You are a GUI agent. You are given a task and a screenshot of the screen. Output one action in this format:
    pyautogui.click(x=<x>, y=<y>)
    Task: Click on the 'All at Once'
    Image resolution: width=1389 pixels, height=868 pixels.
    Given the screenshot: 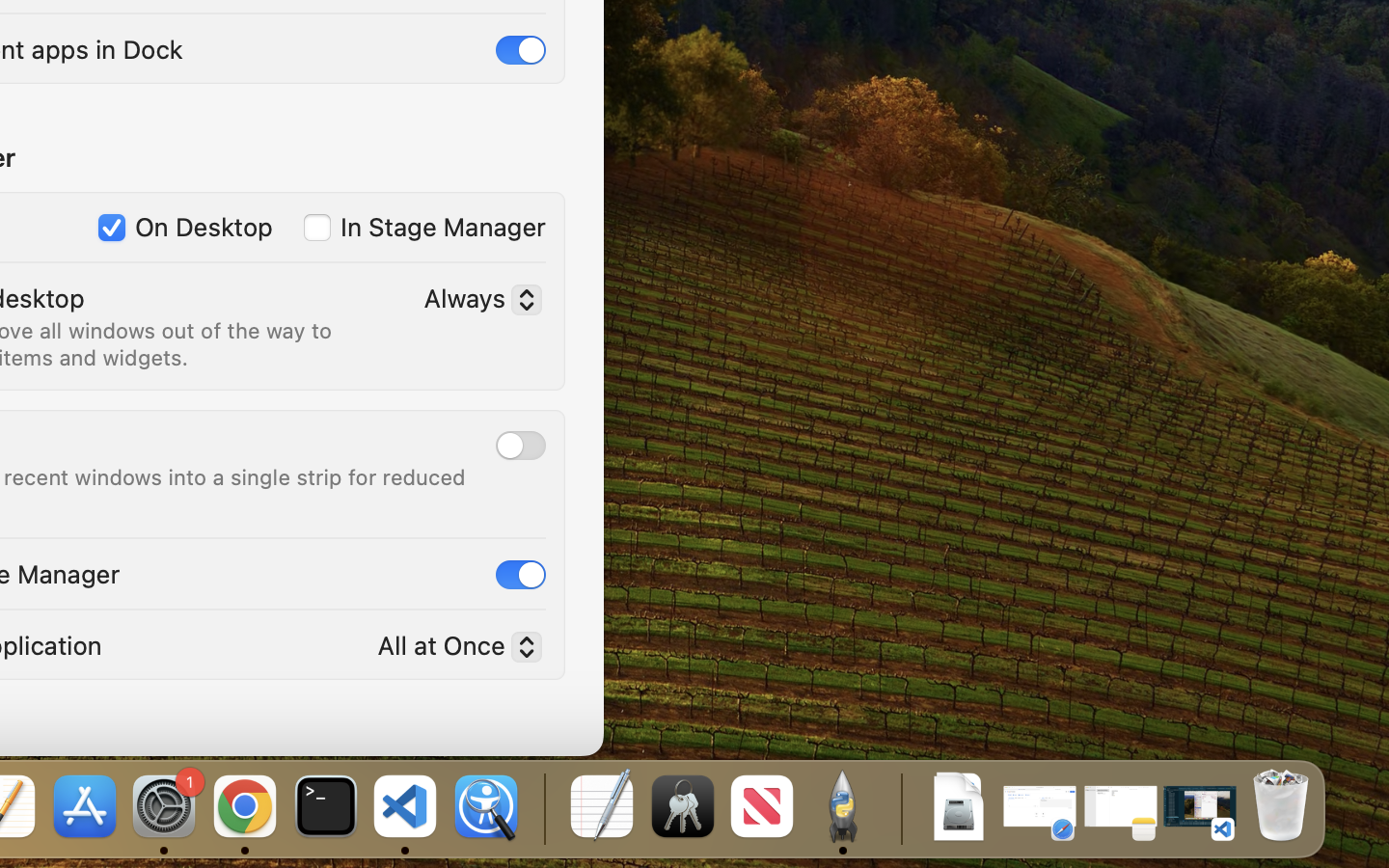 What is the action you would take?
    pyautogui.click(x=451, y=649)
    